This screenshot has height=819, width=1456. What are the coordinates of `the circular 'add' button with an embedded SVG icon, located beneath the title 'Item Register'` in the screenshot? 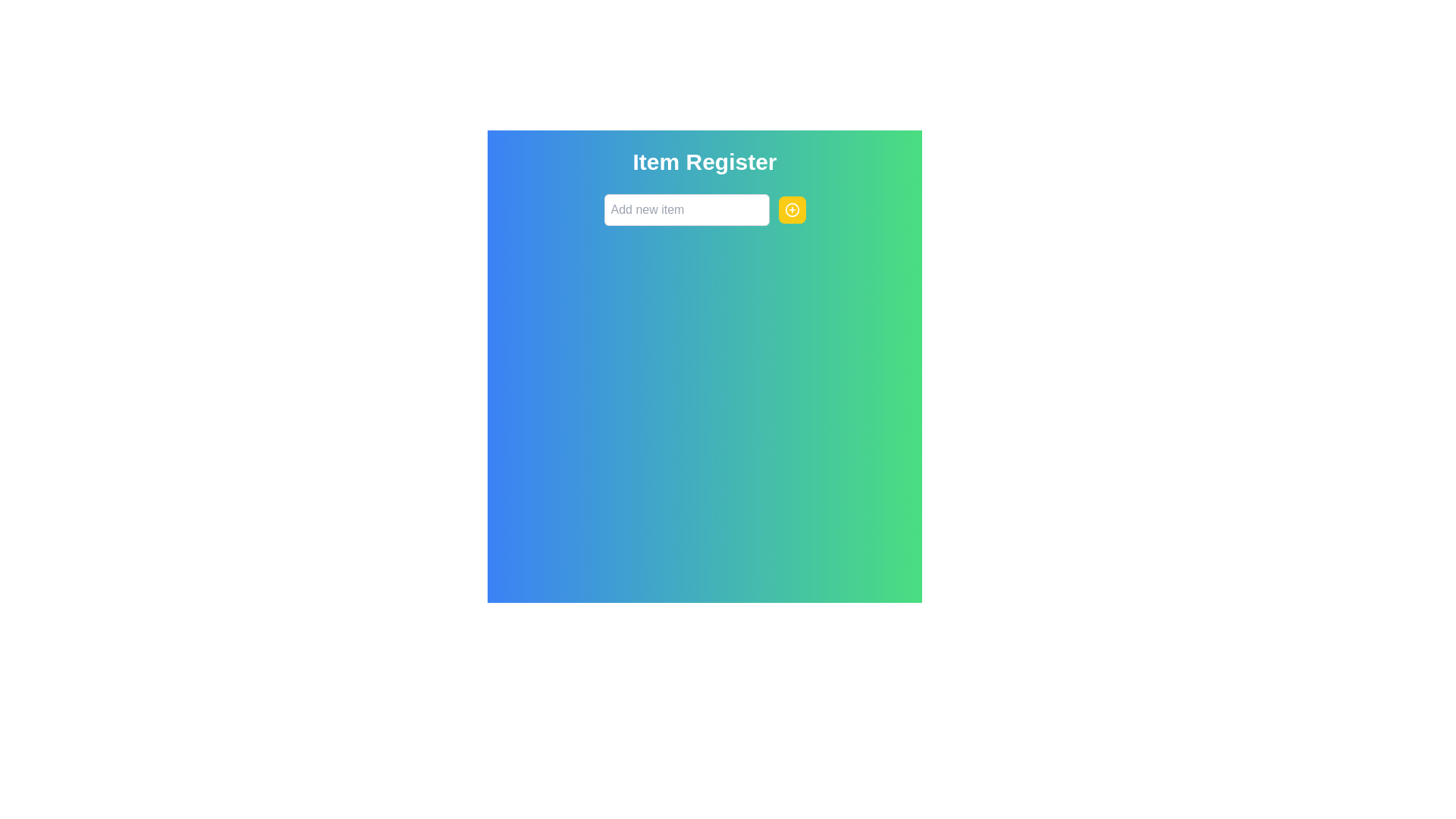 It's located at (791, 210).